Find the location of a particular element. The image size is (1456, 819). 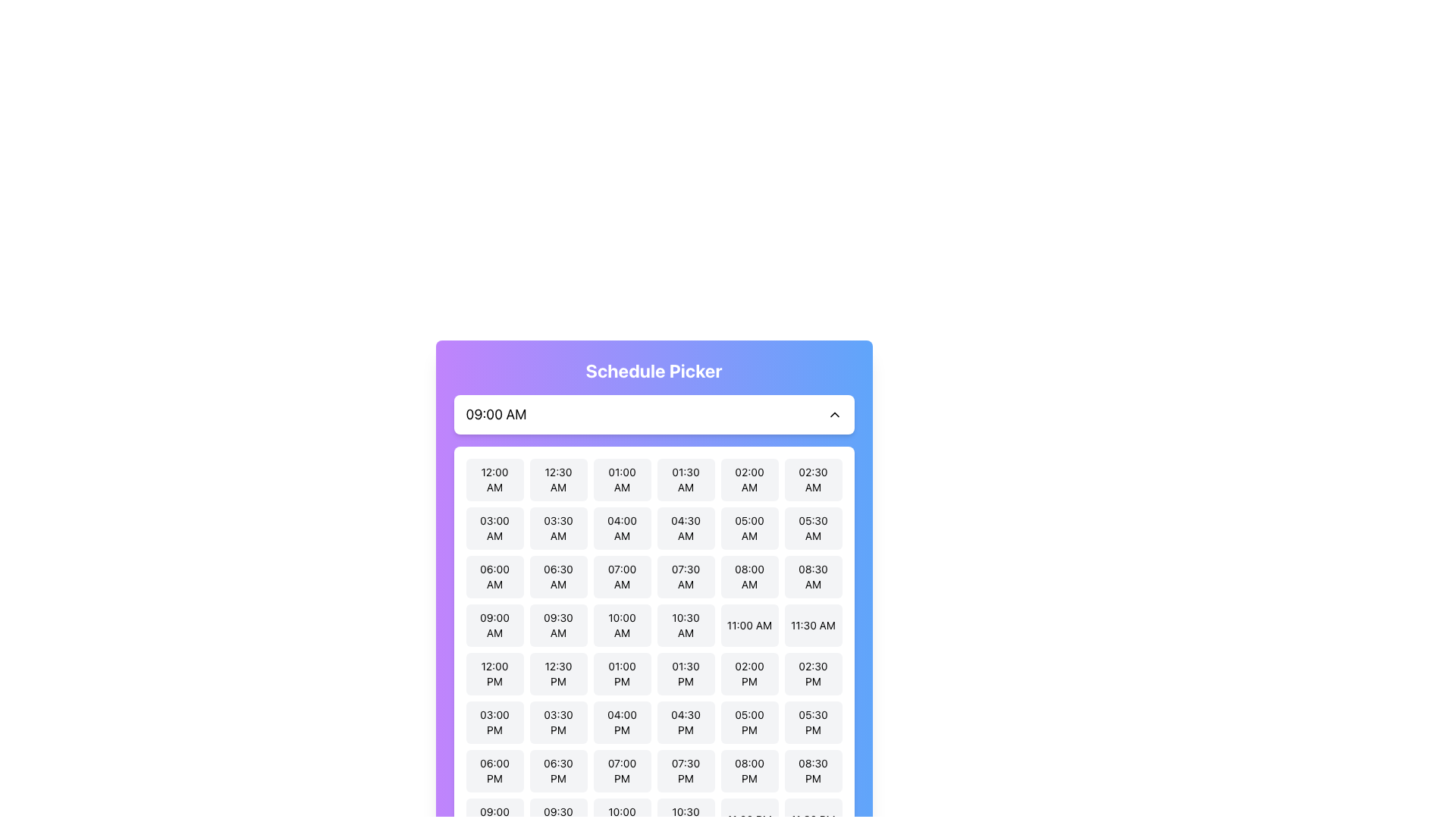

the '11:30 AM' selectable time slot button is located at coordinates (812, 626).